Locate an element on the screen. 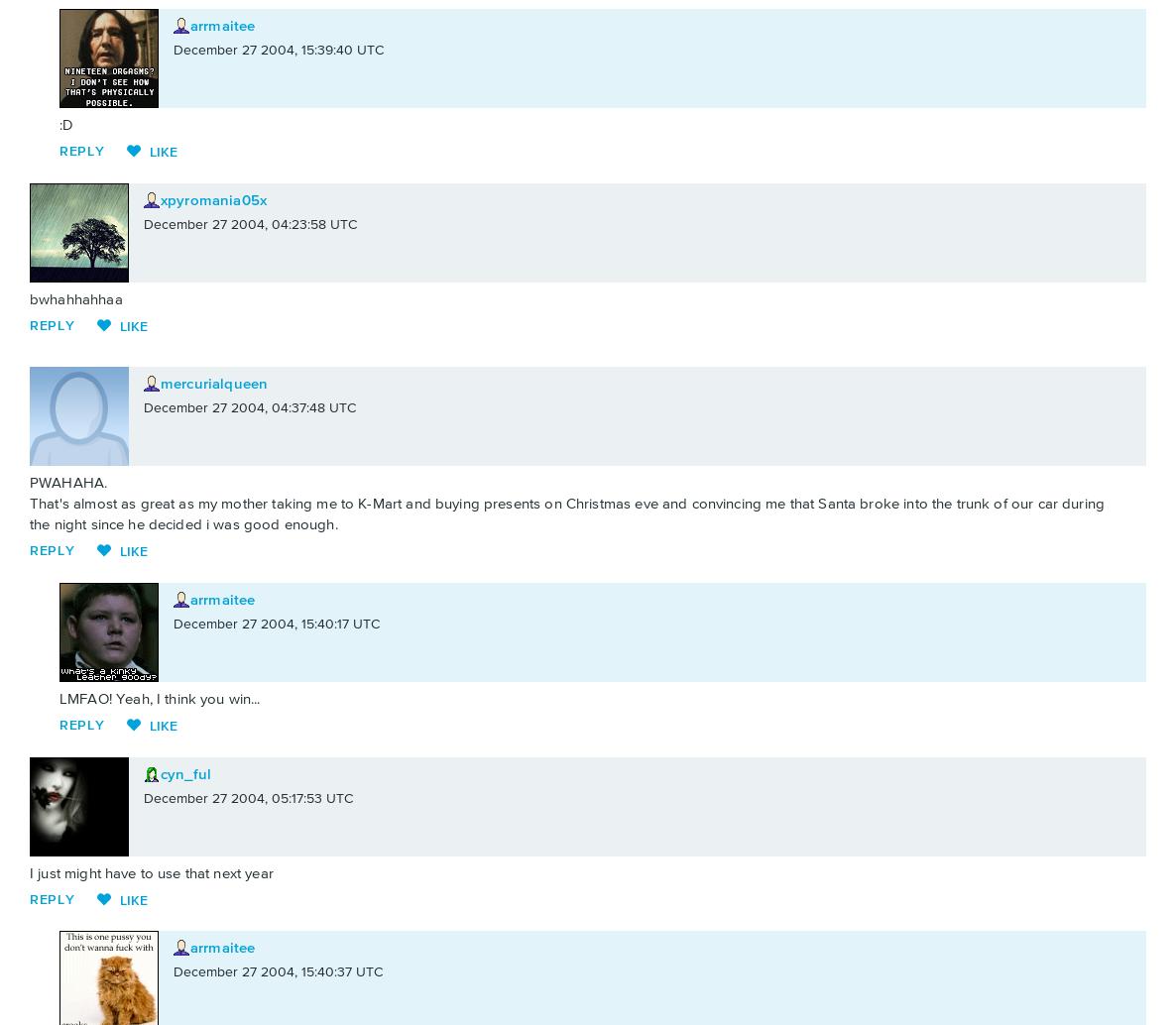 This screenshot has width=1176, height=1025. 'I just might have to use that next year' is located at coordinates (150, 871).